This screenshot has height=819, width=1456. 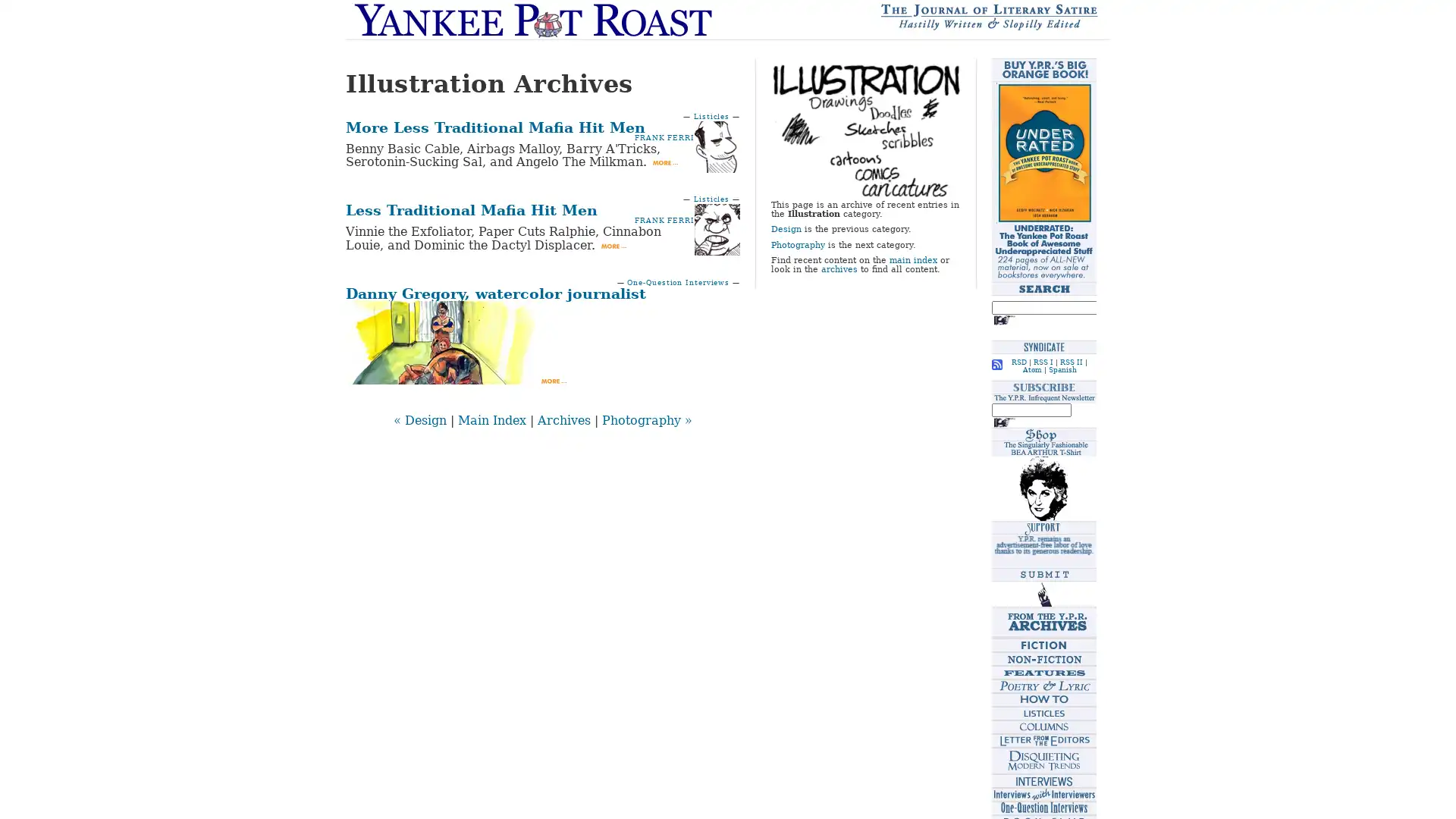 I want to click on Search!, so click(x=1004, y=318).